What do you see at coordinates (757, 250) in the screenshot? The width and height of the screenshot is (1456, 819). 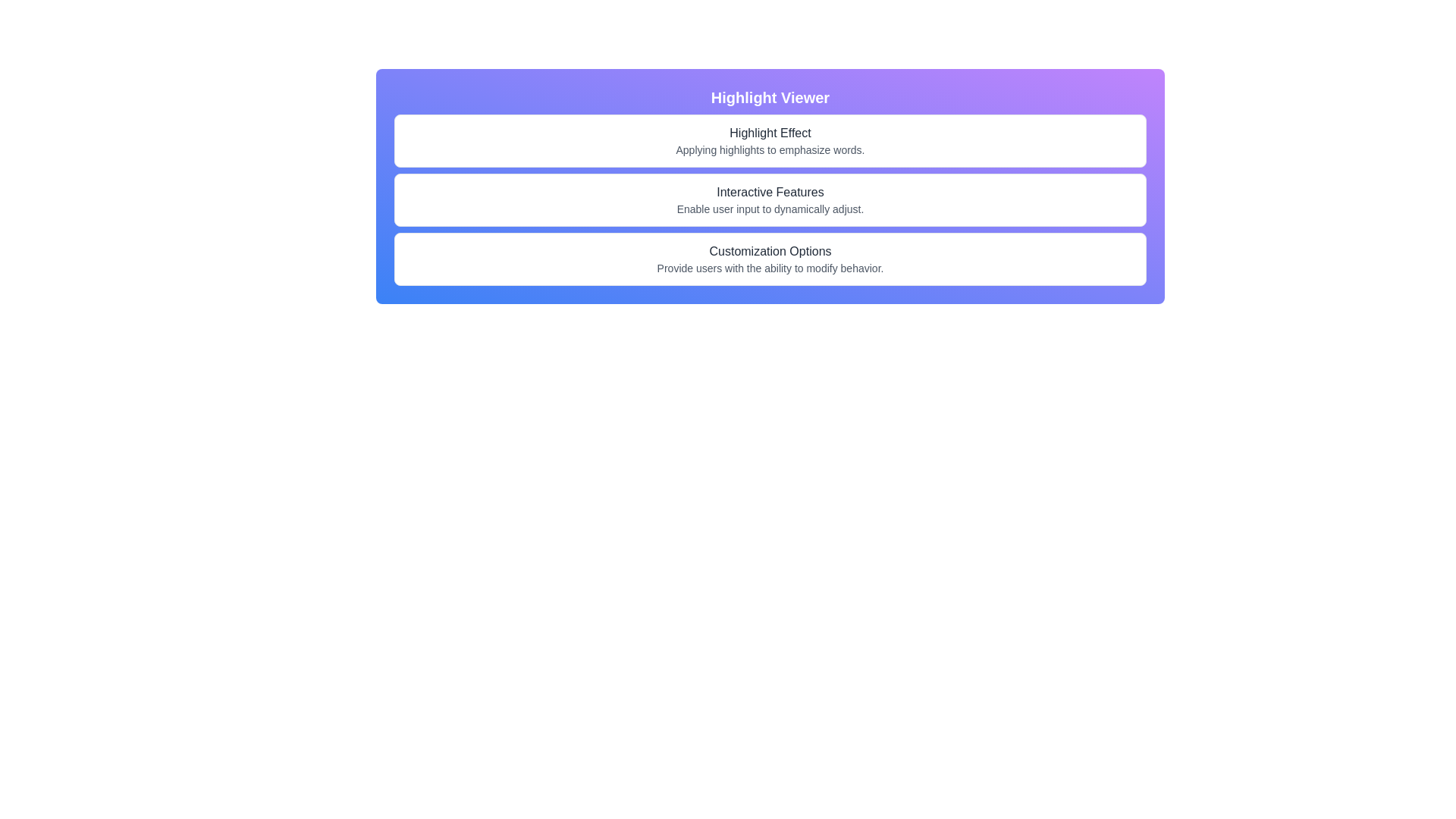 I see `the character 'z' in the text 'Customization Options', which is located under the section 'Highlight Viewer'` at bounding box center [757, 250].